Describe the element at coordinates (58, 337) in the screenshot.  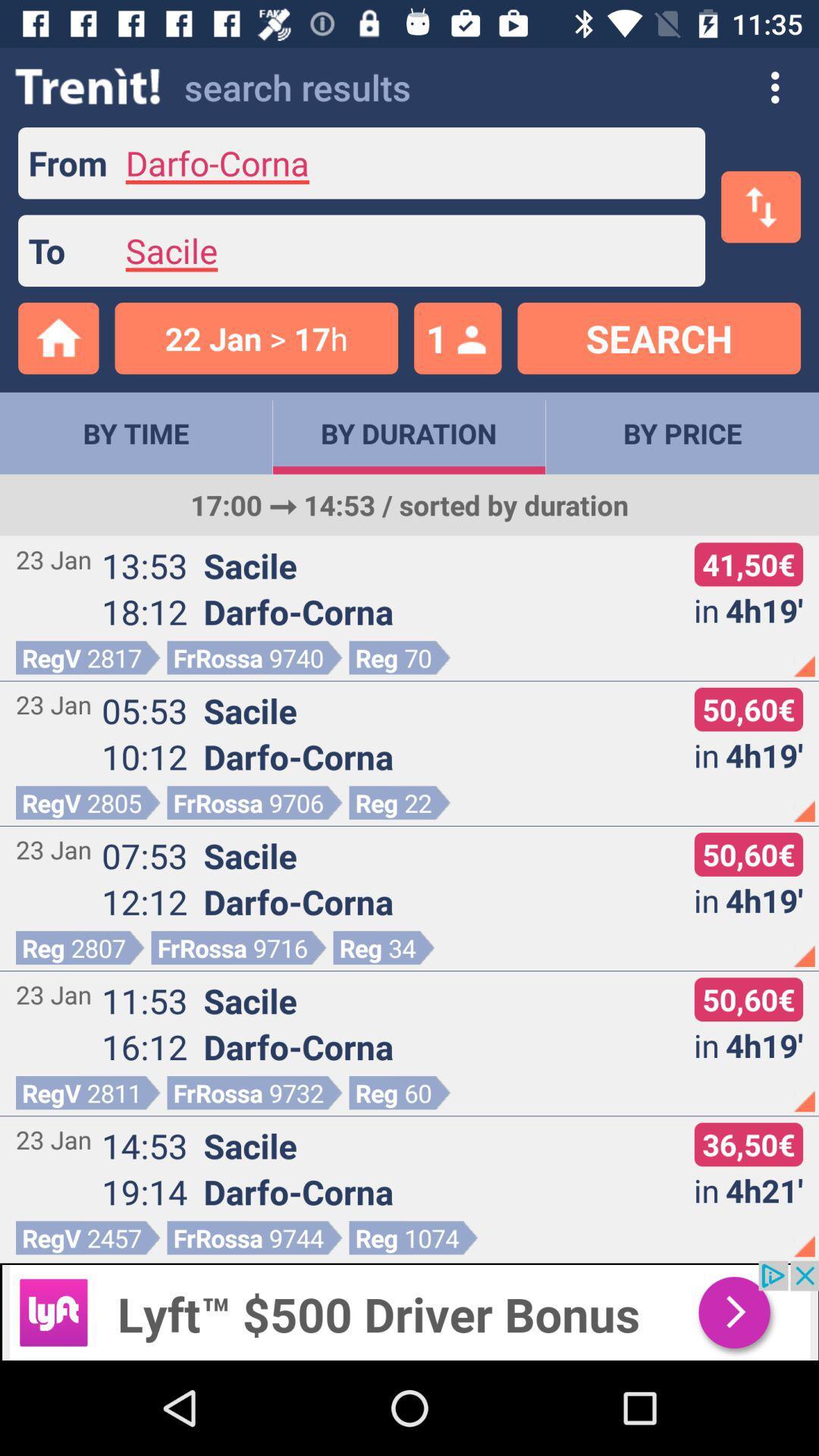
I see `the home icon` at that location.